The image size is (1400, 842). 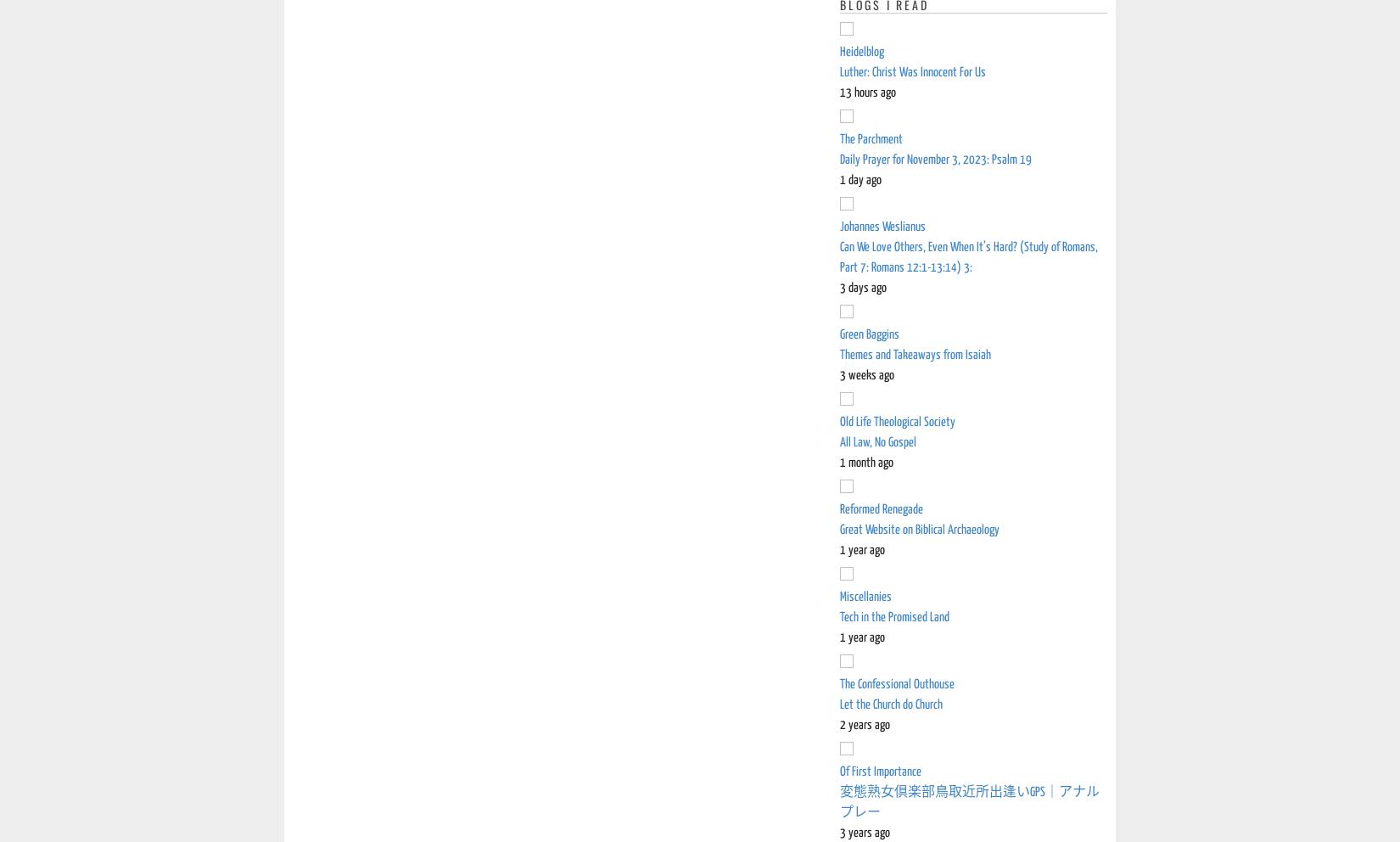 I want to click on 'Old Life Theological Society', so click(x=897, y=421).